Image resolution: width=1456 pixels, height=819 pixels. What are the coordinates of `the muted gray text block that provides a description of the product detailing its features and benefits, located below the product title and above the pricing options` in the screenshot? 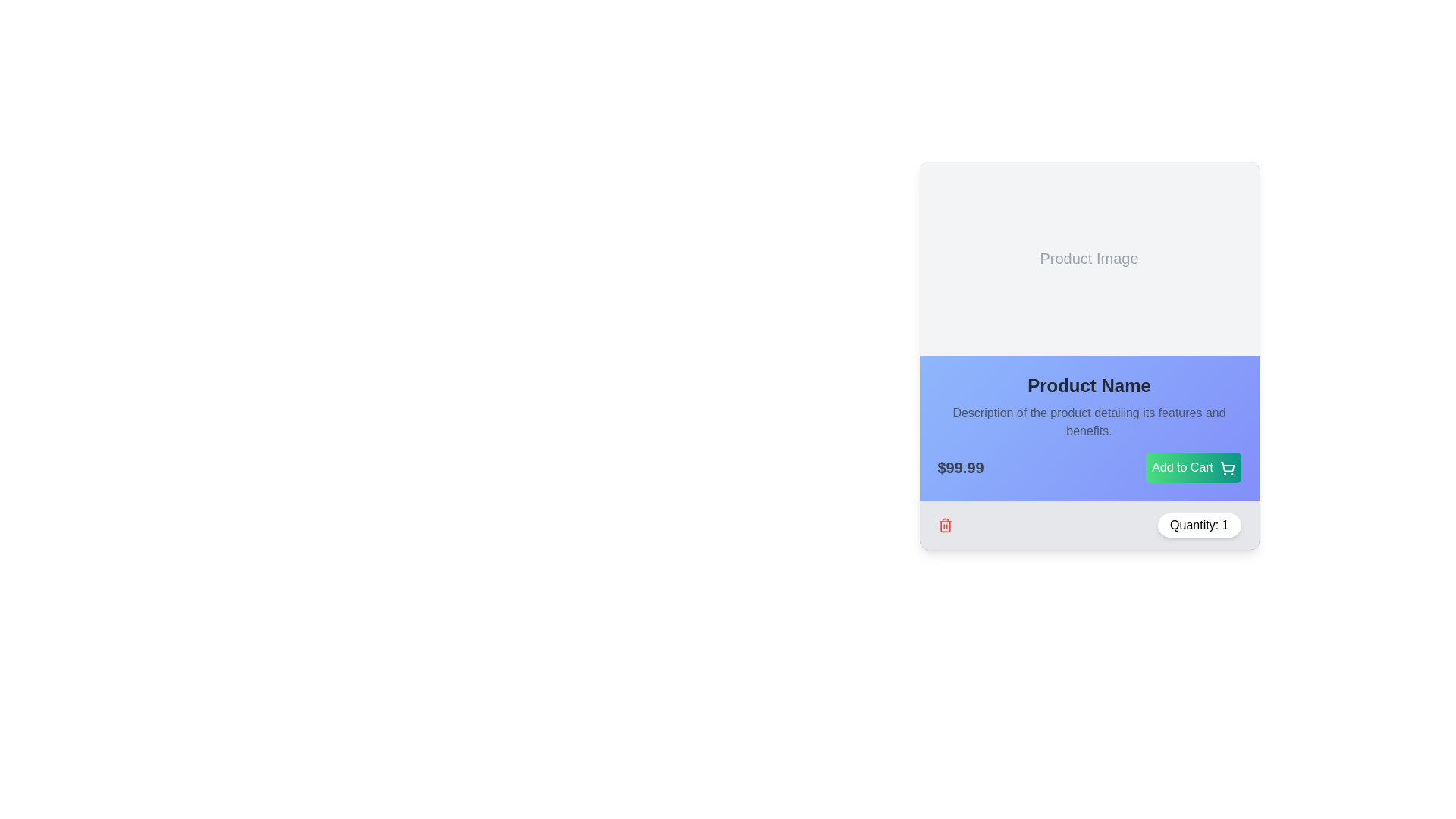 It's located at (1088, 422).